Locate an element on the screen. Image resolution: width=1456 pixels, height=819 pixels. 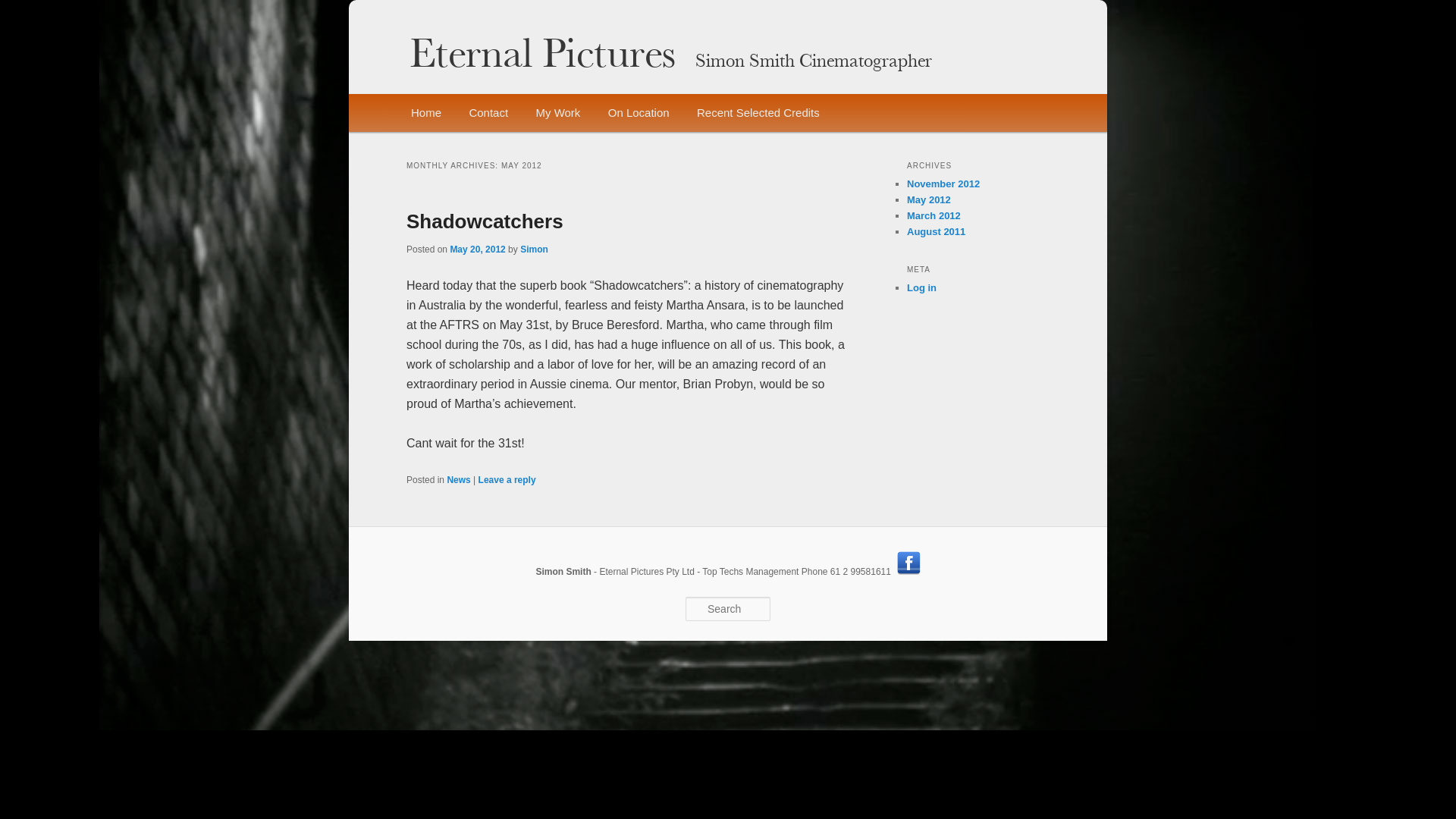
'Recent Selected Credits' is located at coordinates (758, 112).